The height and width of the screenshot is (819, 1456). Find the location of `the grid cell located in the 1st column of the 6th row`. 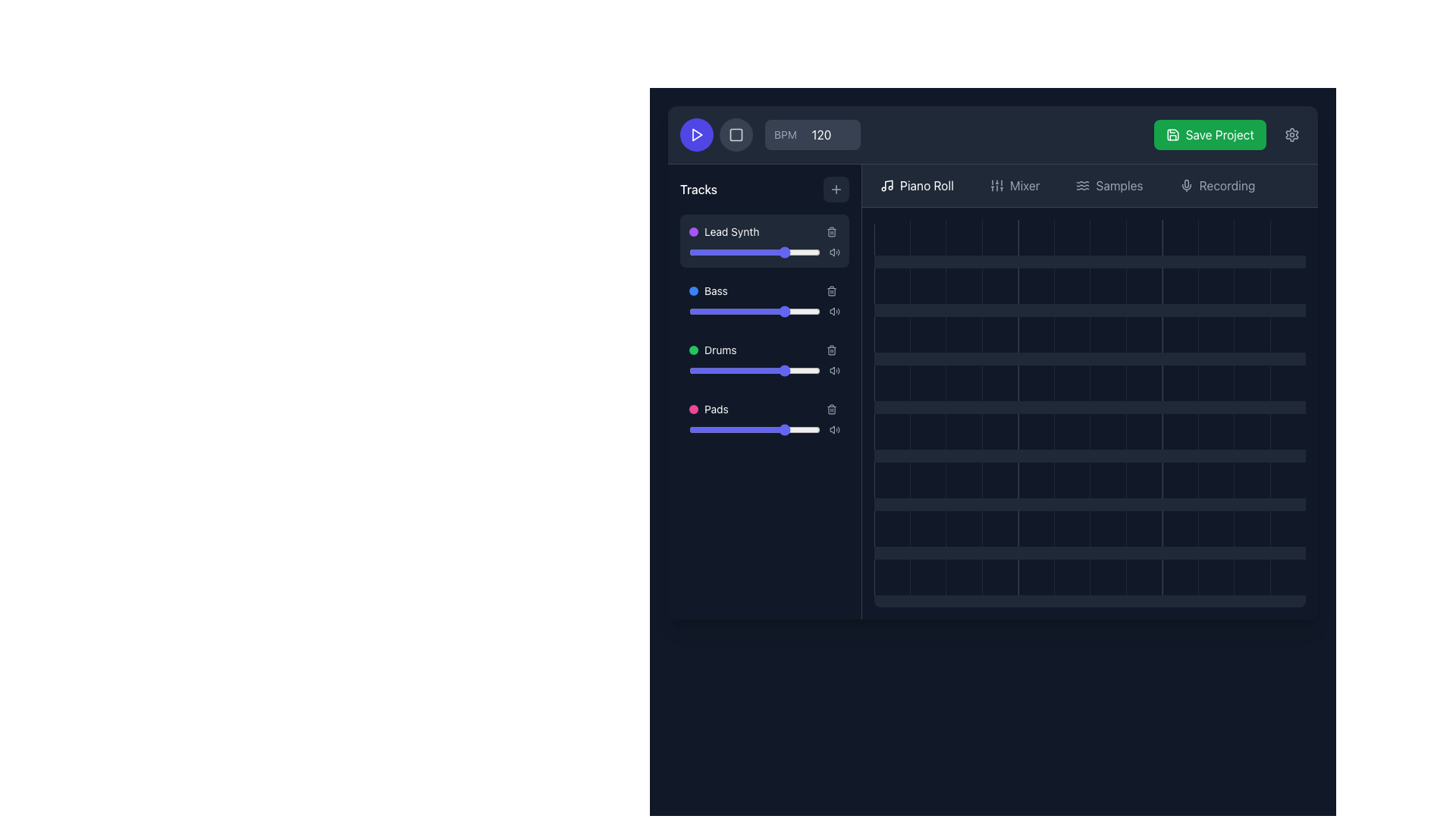

the grid cell located in the 1st column of the 6th row is located at coordinates (892, 480).